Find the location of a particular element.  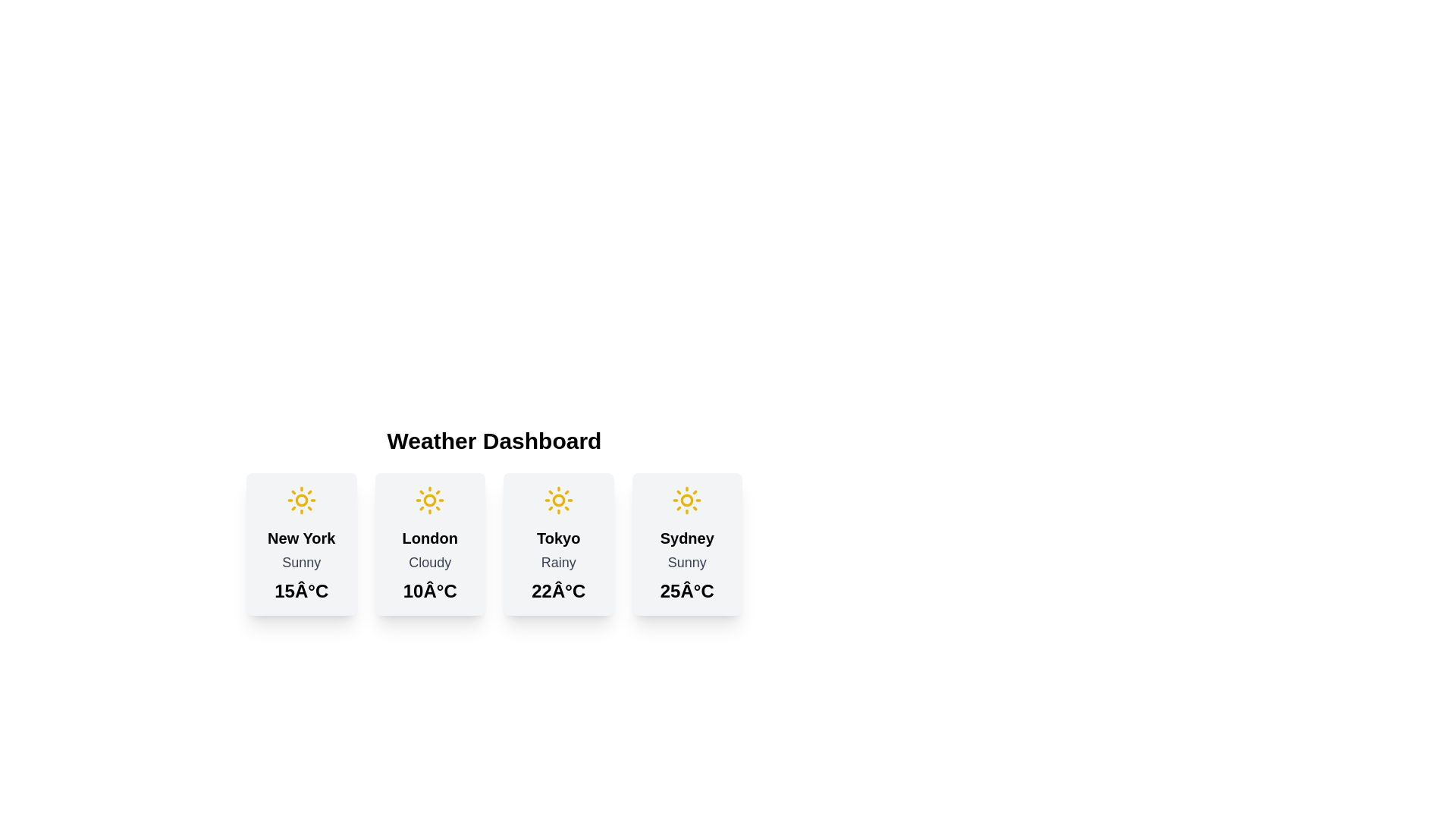

the Text Label displaying the current temperature for 'New York' at the bottom center of the weather card is located at coordinates (301, 590).